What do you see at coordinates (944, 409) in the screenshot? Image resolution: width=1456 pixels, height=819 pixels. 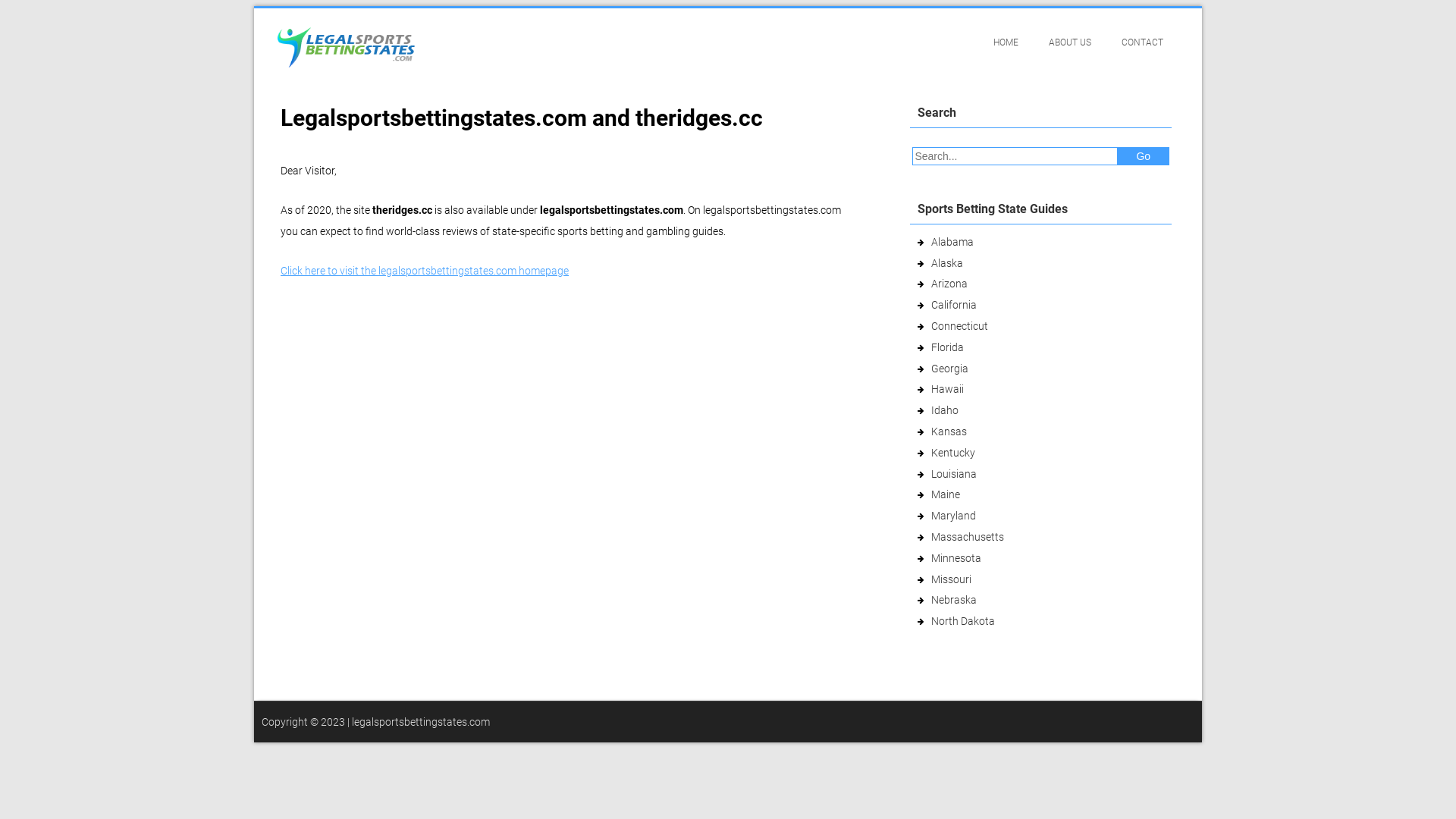 I see `'Idaho'` at bounding box center [944, 409].